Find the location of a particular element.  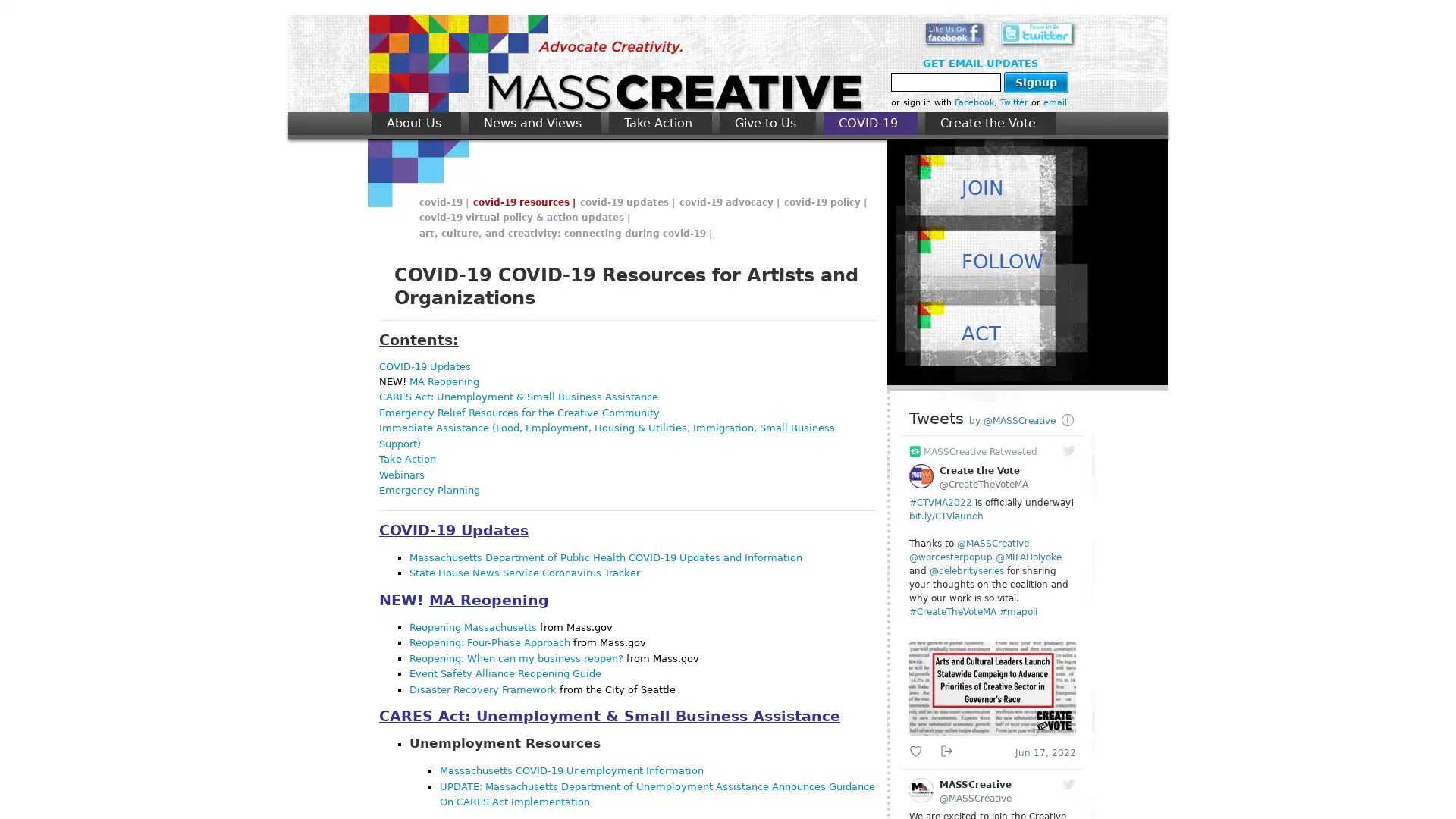

Signup is located at coordinates (1035, 82).